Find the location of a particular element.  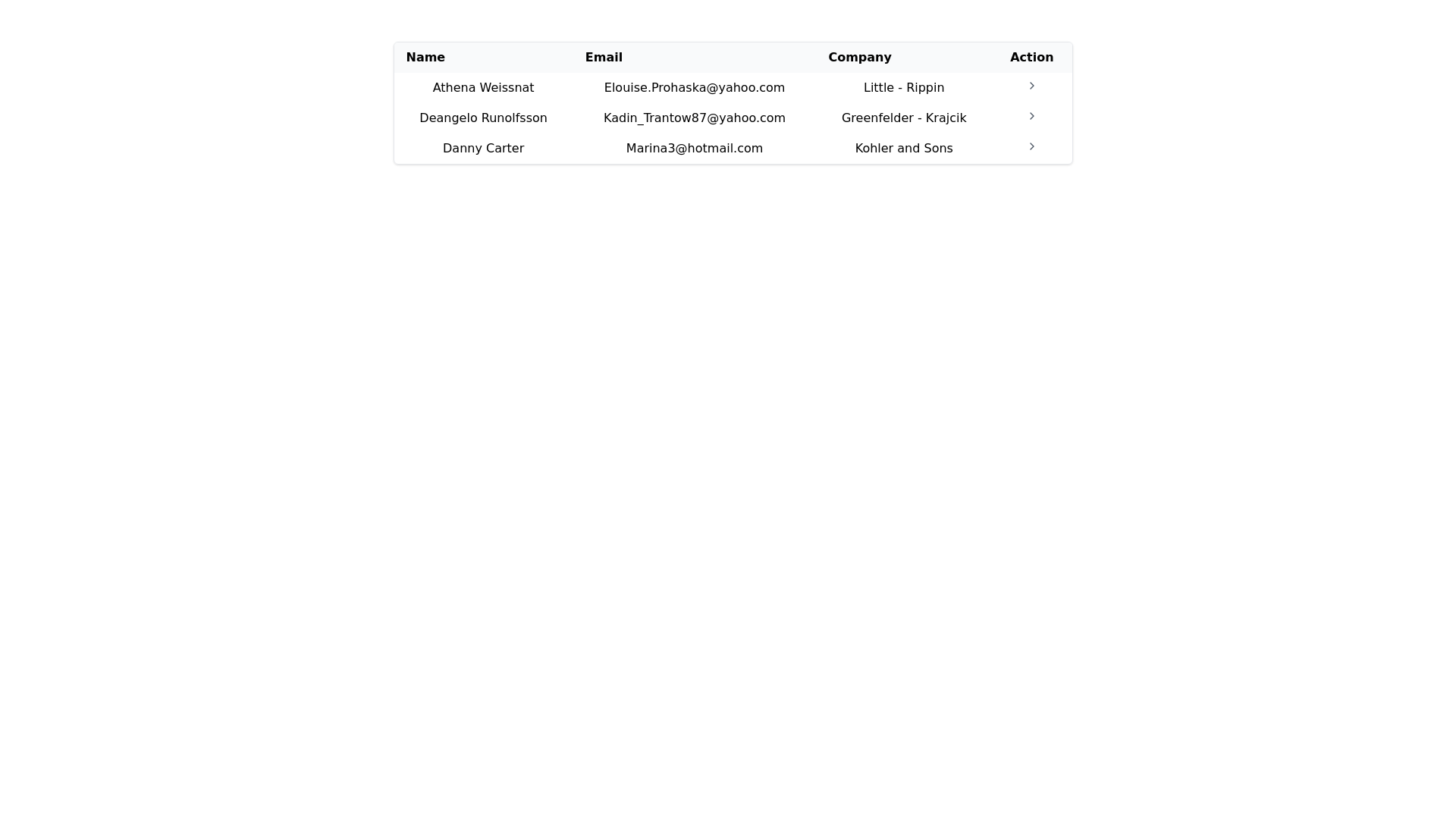

the text label displaying the user's name in the first column of the second row in the user data table is located at coordinates (482, 117).